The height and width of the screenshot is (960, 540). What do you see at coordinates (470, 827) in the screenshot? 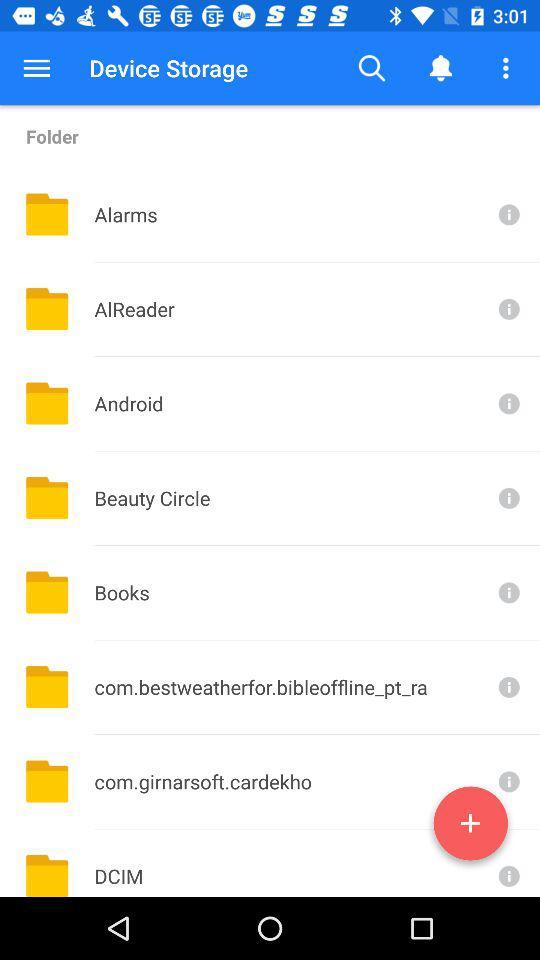
I see `new folder` at bounding box center [470, 827].